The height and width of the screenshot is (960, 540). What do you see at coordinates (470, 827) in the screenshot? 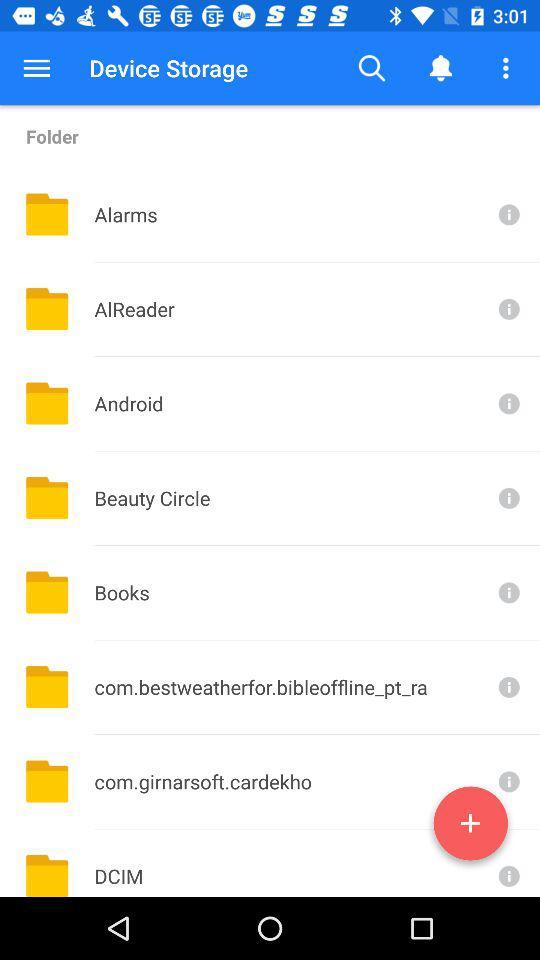
I see `new folder` at bounding box center [470, 827].